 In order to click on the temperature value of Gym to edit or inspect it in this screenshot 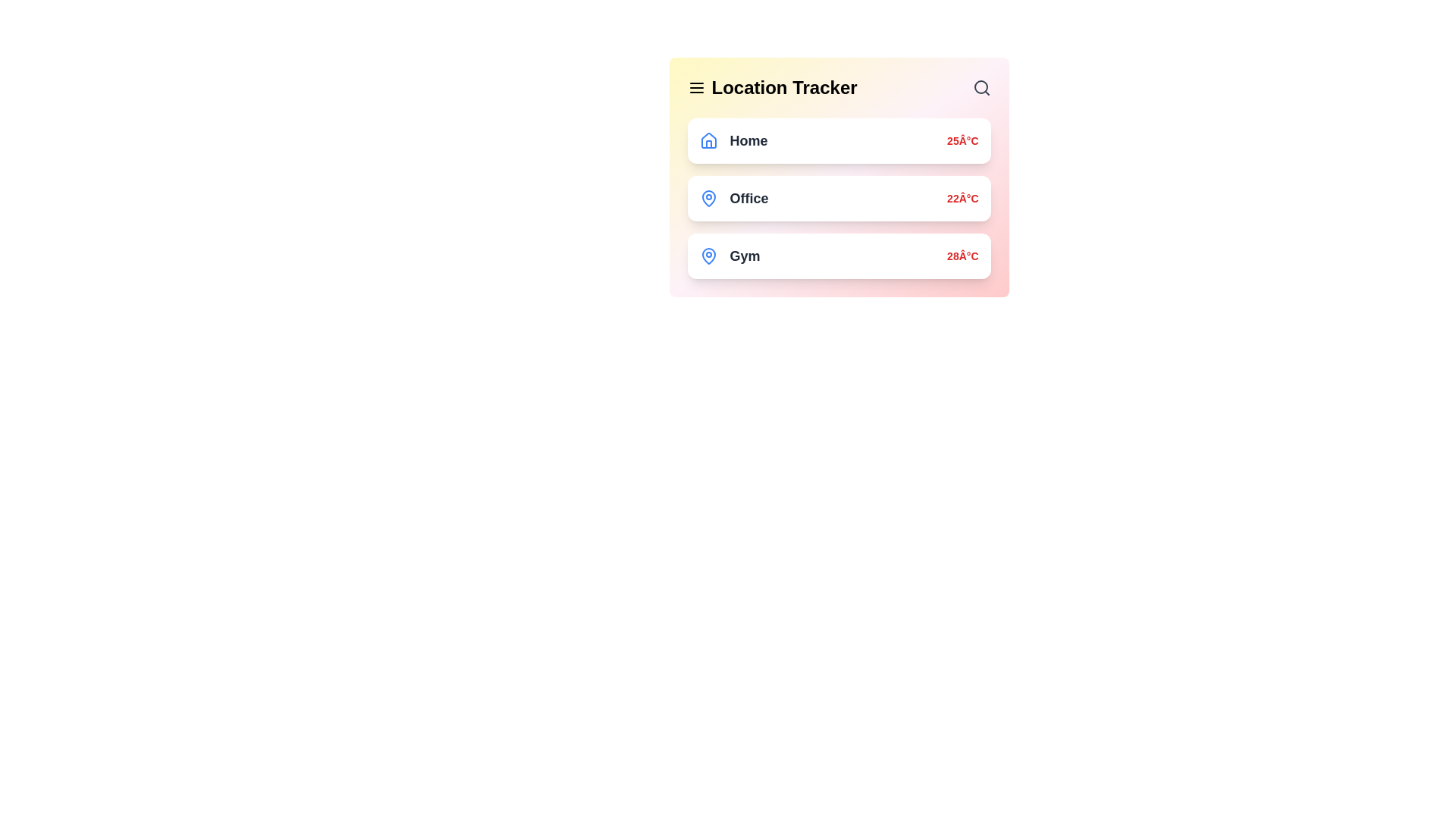, I will do `click(962, 256)`.